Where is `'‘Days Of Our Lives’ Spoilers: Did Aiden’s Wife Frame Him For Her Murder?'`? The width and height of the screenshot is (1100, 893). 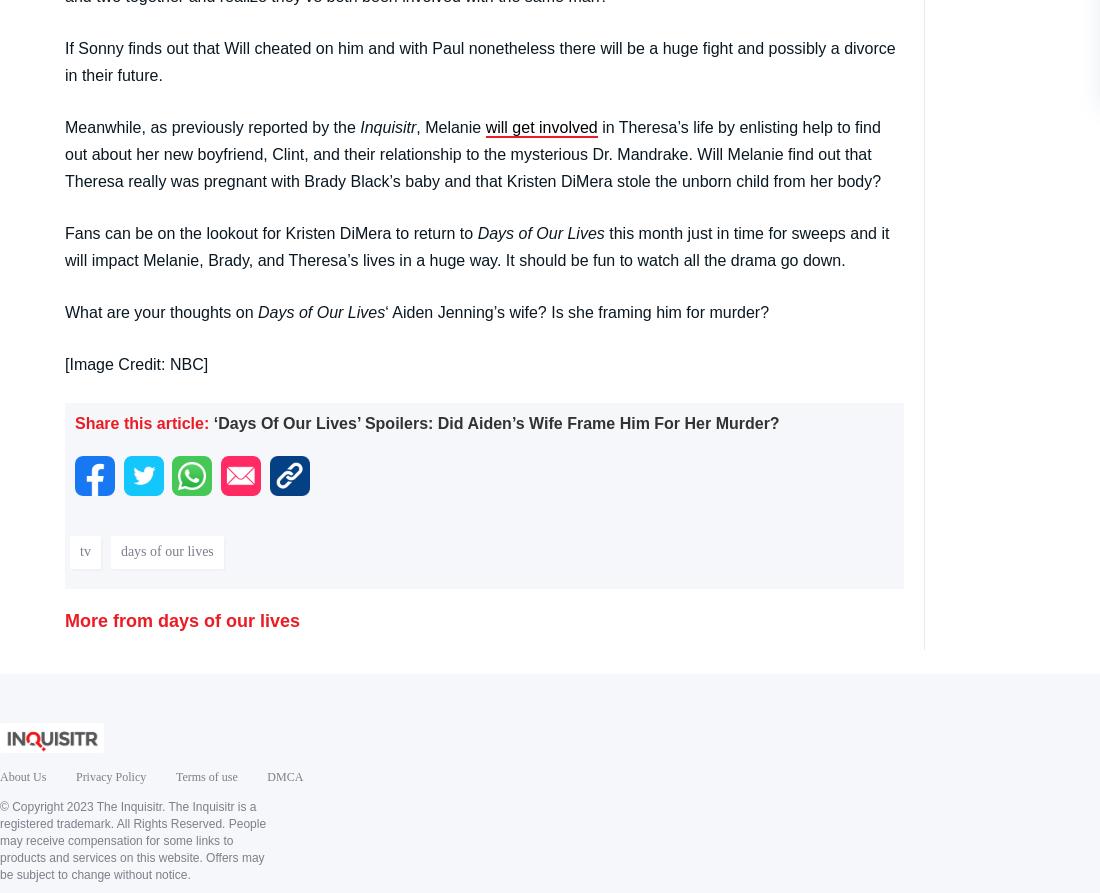 '‘Days Of Our Lives’ Spoilers: Did Aiden’s Wife Frame Him For Her Murder?' is located at coordinates (495, 422).